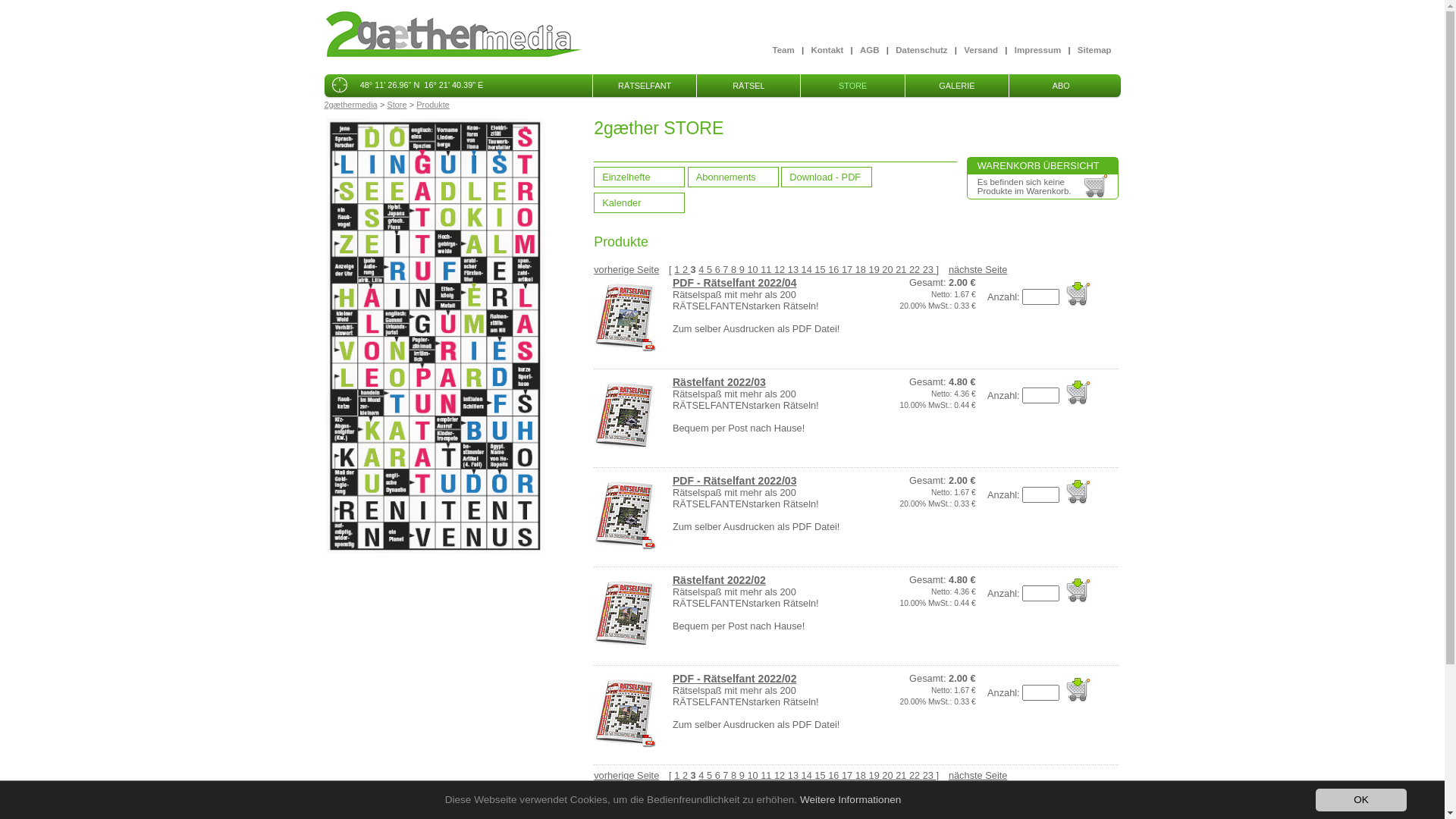  I want to click on 'Versand', so click(981, 49).